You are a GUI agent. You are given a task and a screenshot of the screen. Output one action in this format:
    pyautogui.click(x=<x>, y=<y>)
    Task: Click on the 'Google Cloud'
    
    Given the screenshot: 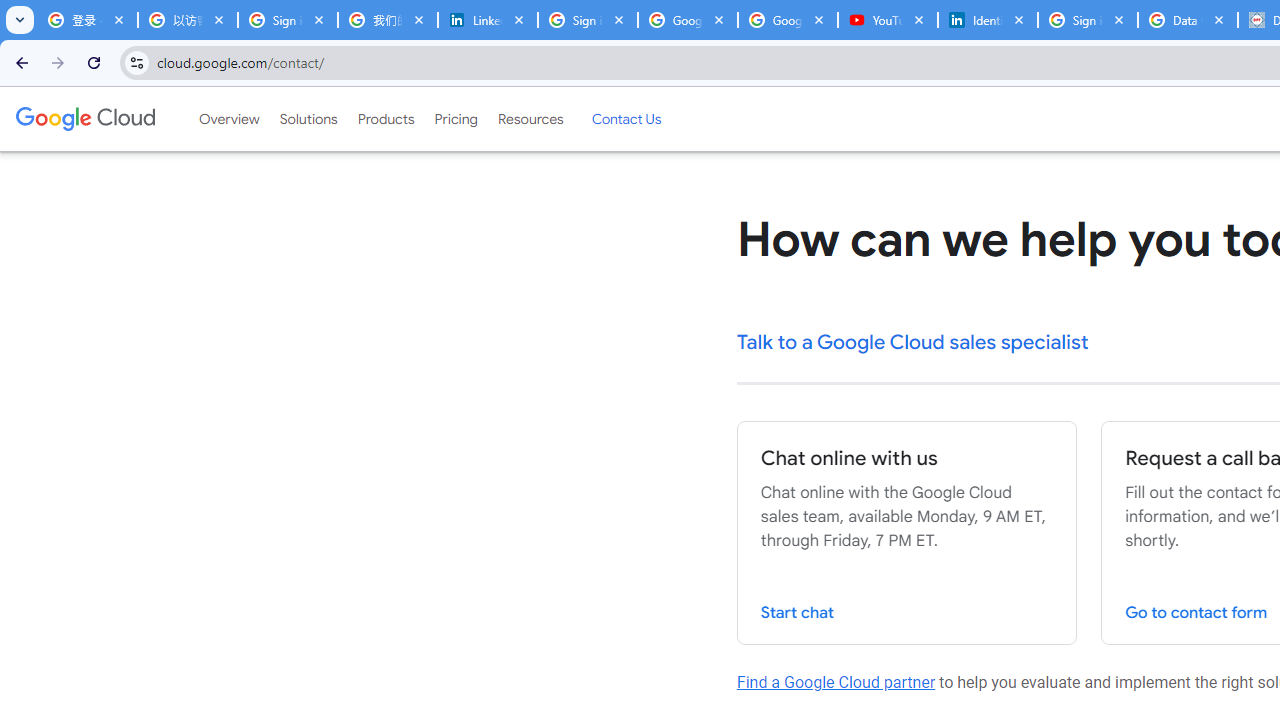 What is the action you would take?
    pyautogui.click(x=84, y=119)
    